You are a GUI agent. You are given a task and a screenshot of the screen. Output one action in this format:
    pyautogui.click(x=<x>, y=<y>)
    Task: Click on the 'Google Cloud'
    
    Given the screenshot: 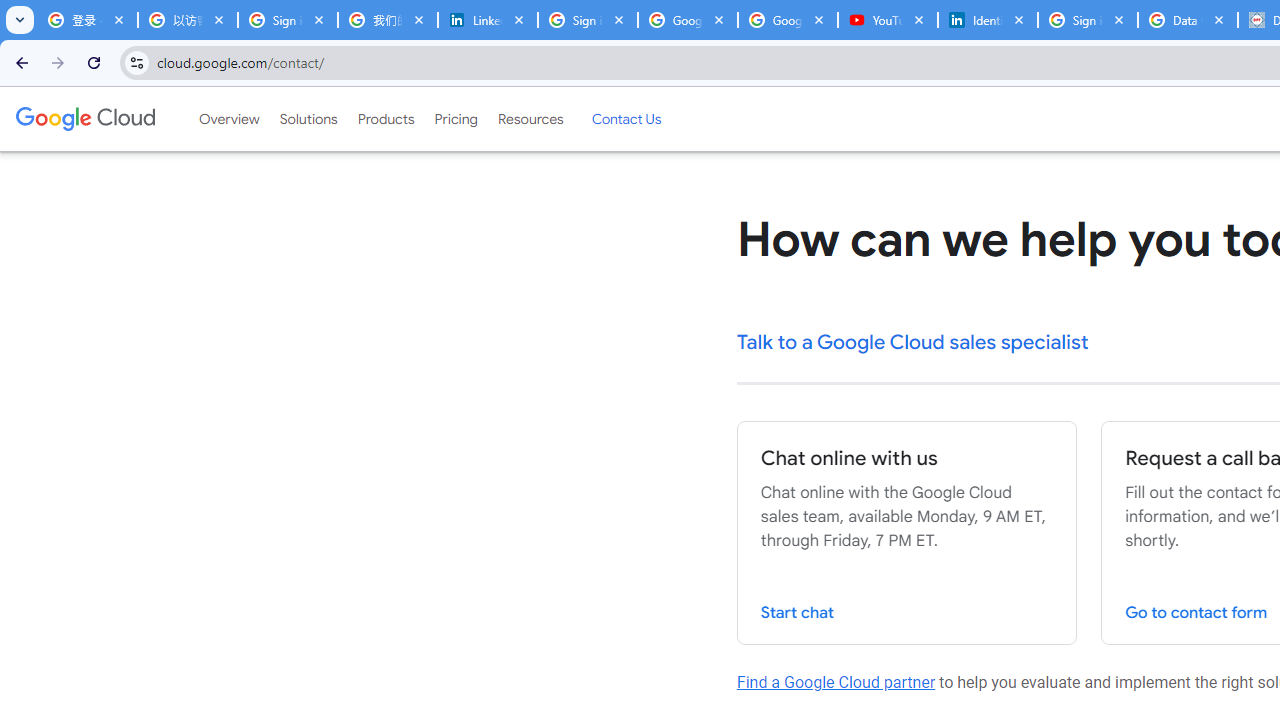 What is the action you would take?
    pyautogui.click(x=84, y=119)
    